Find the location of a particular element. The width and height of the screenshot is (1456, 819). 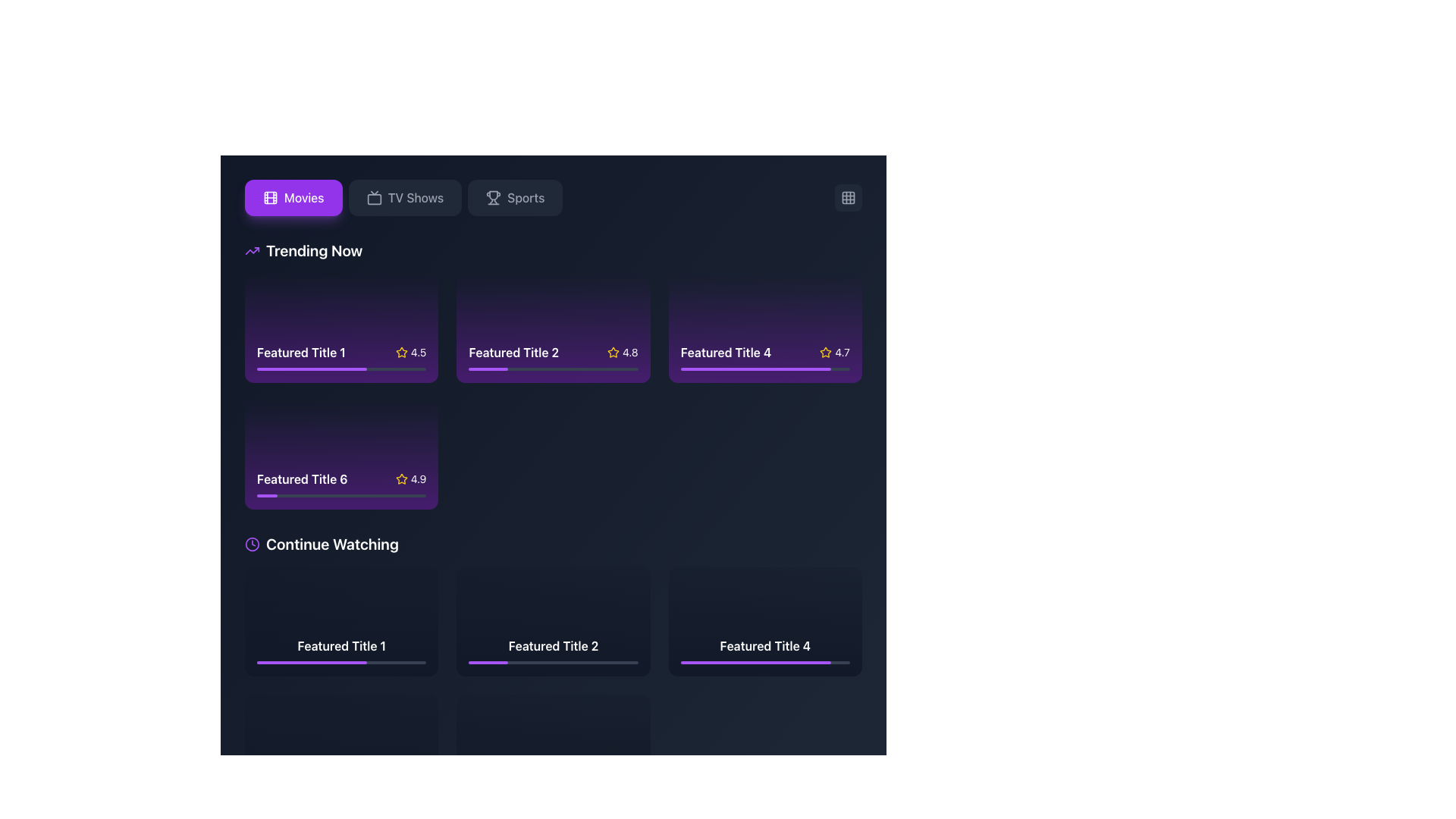

the progress bar indicating the completion progress of 'Featured Title 1' located in the 'Continue Watching' section is located at coordinates (295, 789).